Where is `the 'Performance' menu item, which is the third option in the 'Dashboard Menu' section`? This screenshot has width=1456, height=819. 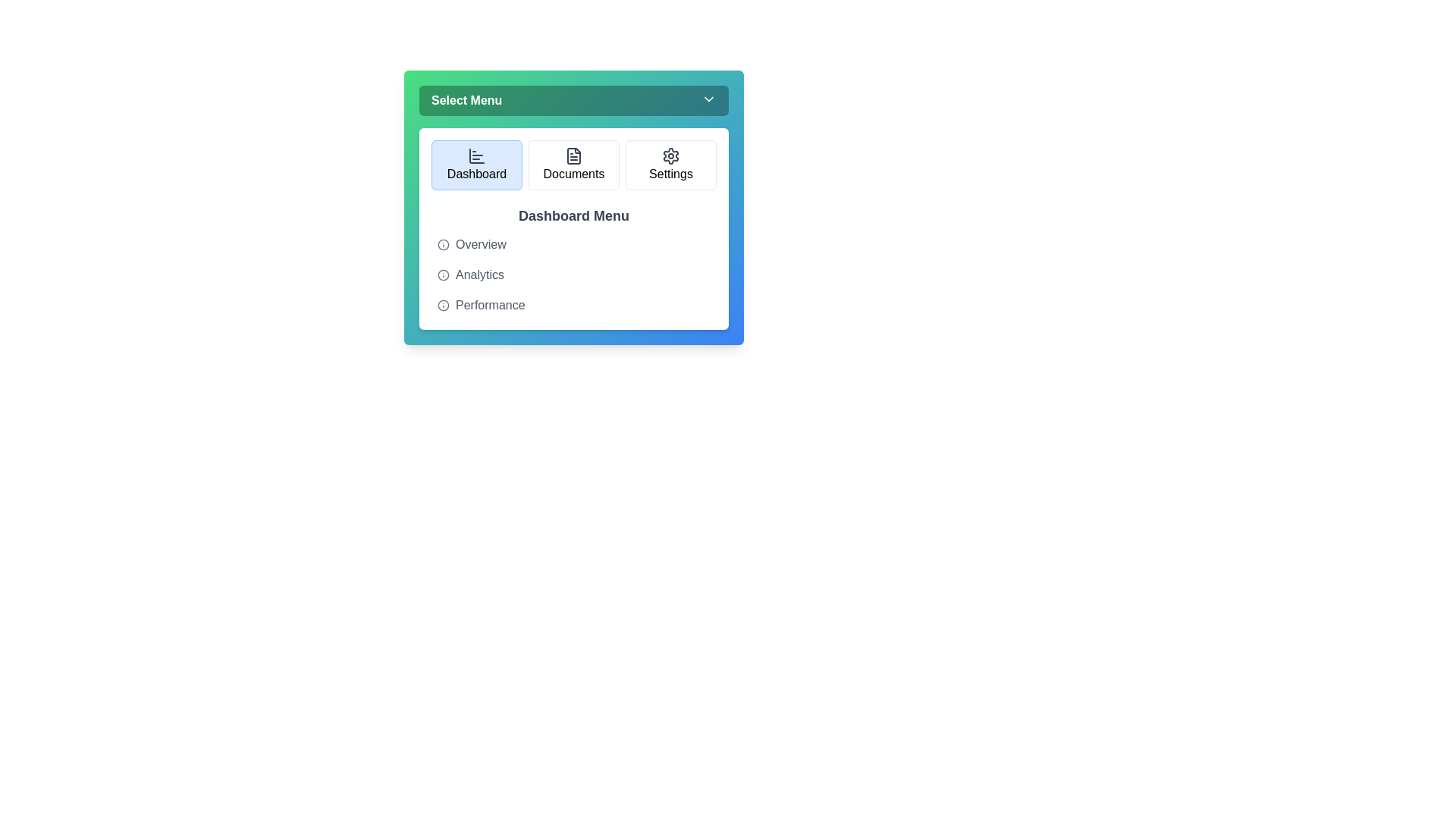 the 'Performance' menu item, which is the third option in the 'Dashboard Menu' section is located at coordinates (573, 305).